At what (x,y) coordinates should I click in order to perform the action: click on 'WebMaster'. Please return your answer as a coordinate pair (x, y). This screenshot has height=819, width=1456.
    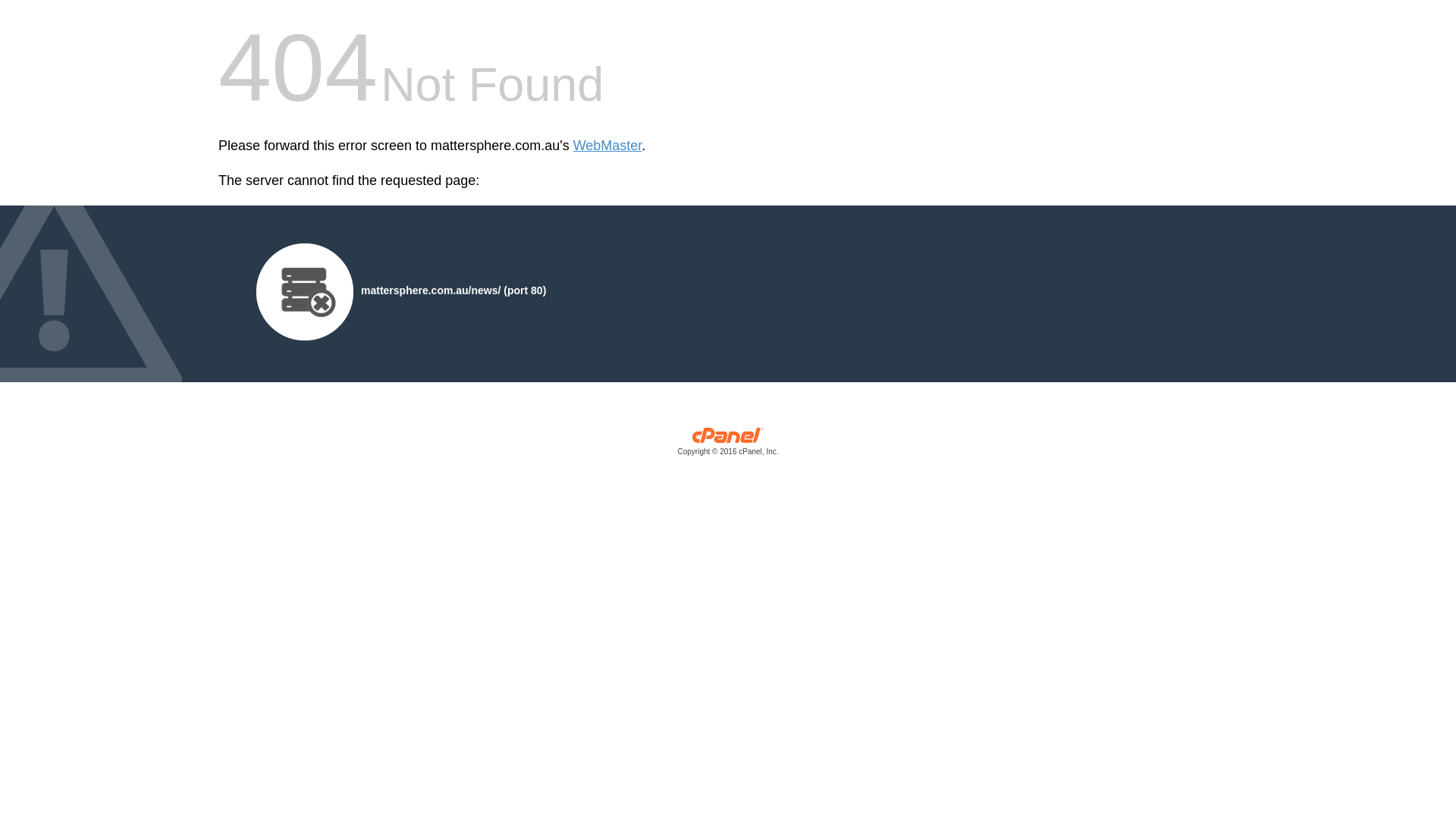
    Looking at the image, I should click on (572, 146).